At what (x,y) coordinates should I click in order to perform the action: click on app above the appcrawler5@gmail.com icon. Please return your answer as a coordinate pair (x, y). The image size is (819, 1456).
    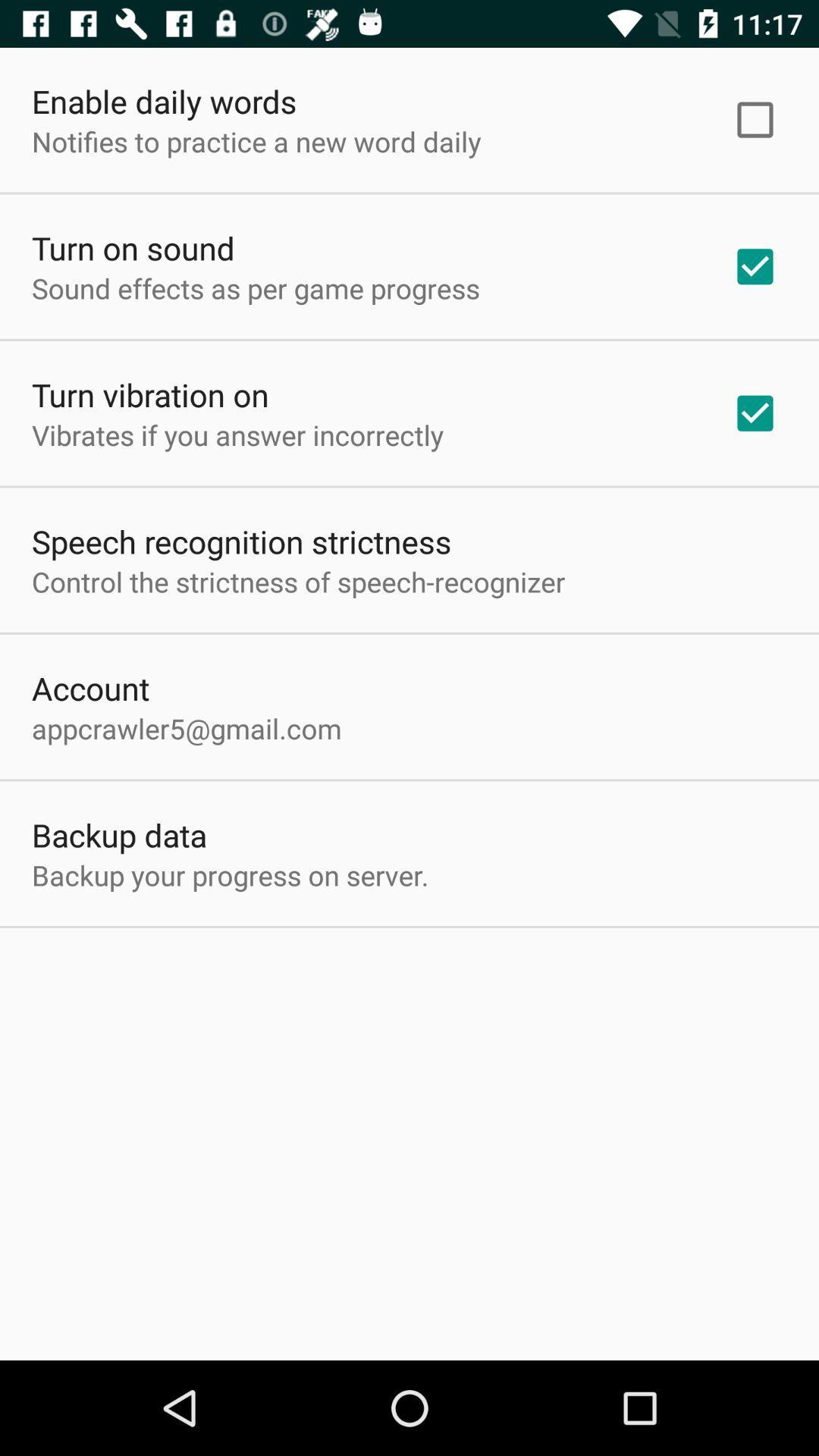
    Looking at the image, I should click on (90, 687).